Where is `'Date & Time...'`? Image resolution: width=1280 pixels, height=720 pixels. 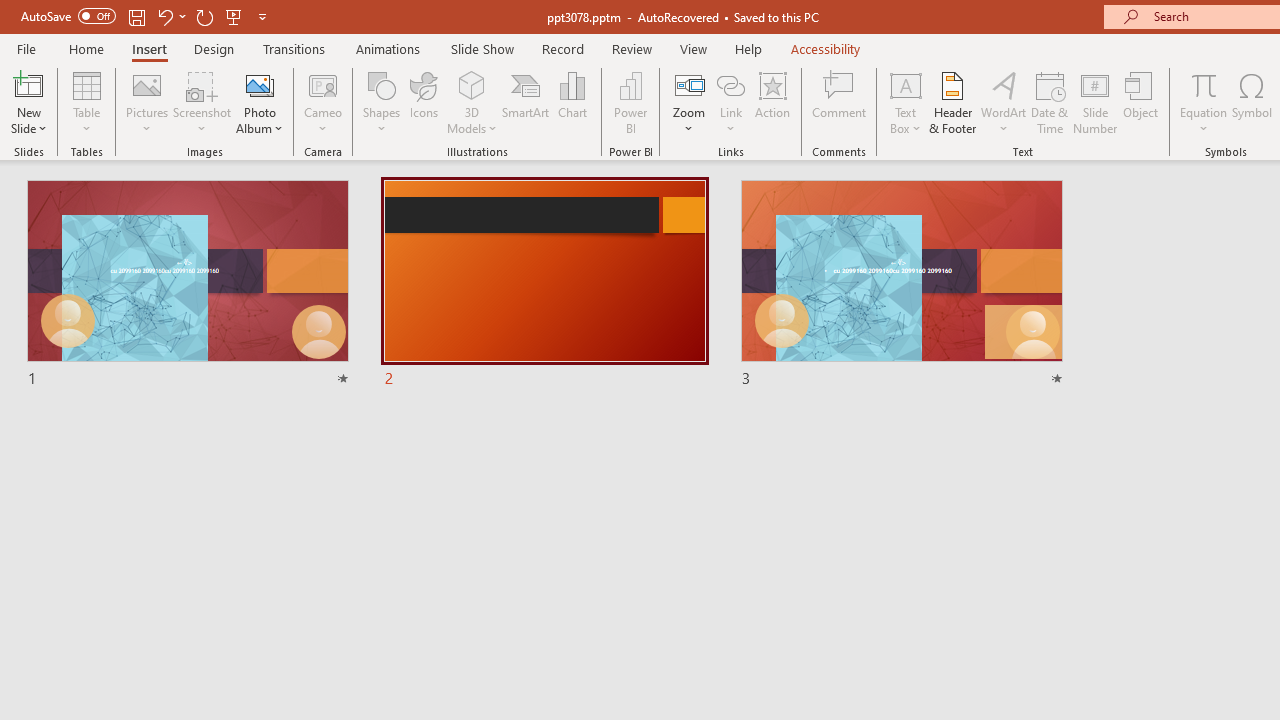 'Date & Time...' is located at coordinates (1049, 103).